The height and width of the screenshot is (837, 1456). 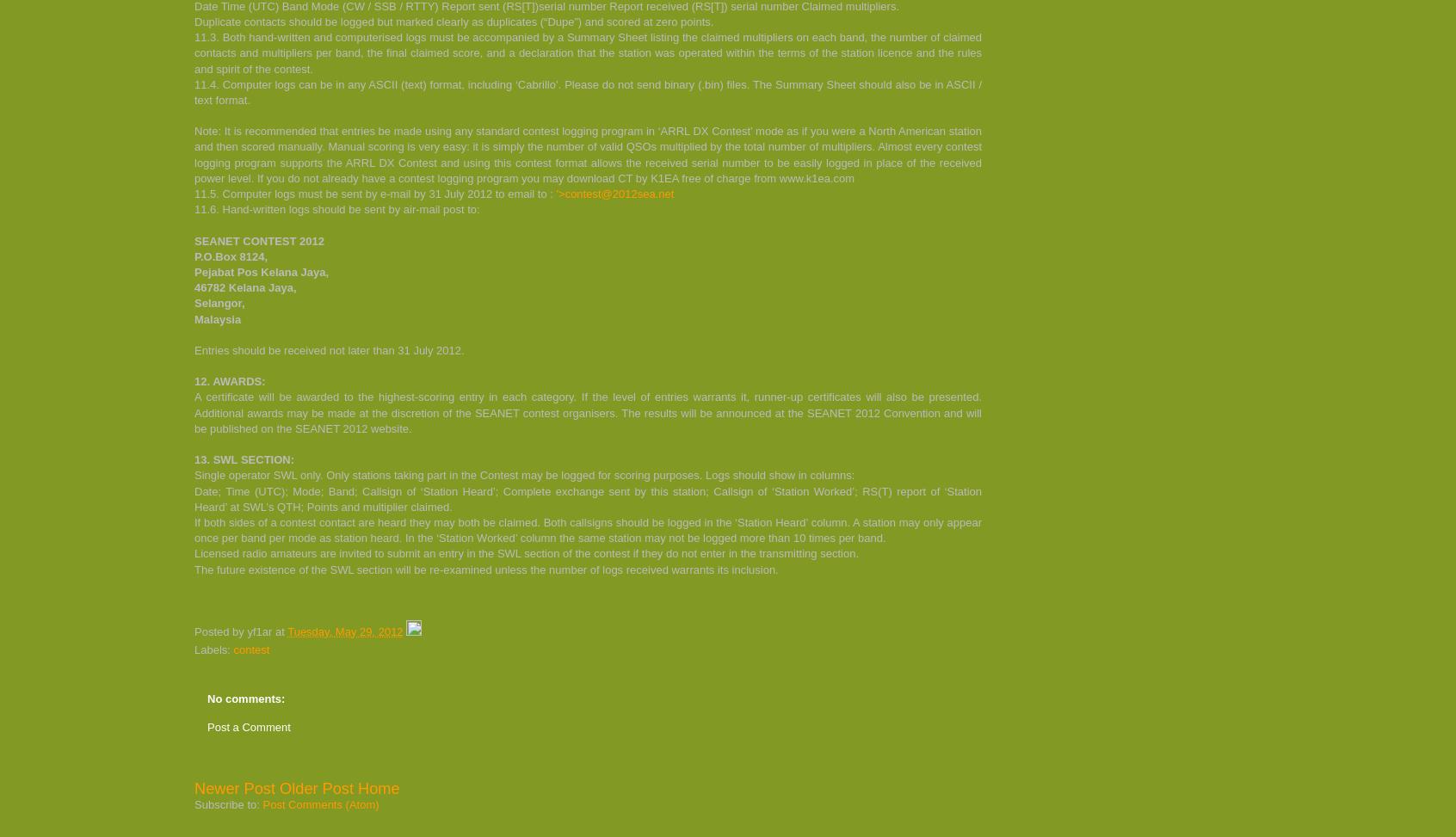 I want to click on 'at', so click(x=280, y=631).